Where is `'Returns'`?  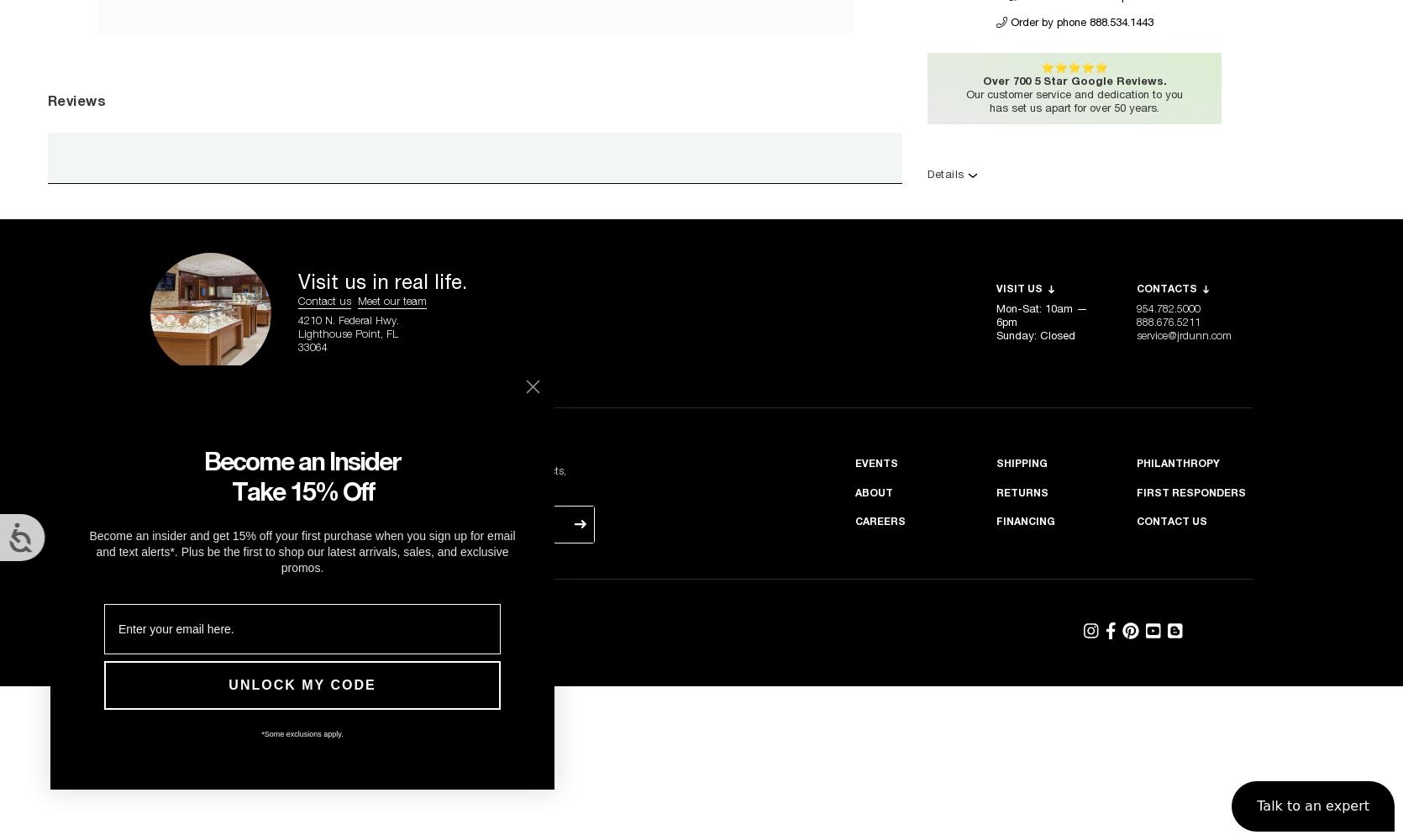 'Returns' is located at coordinates (996, 492).